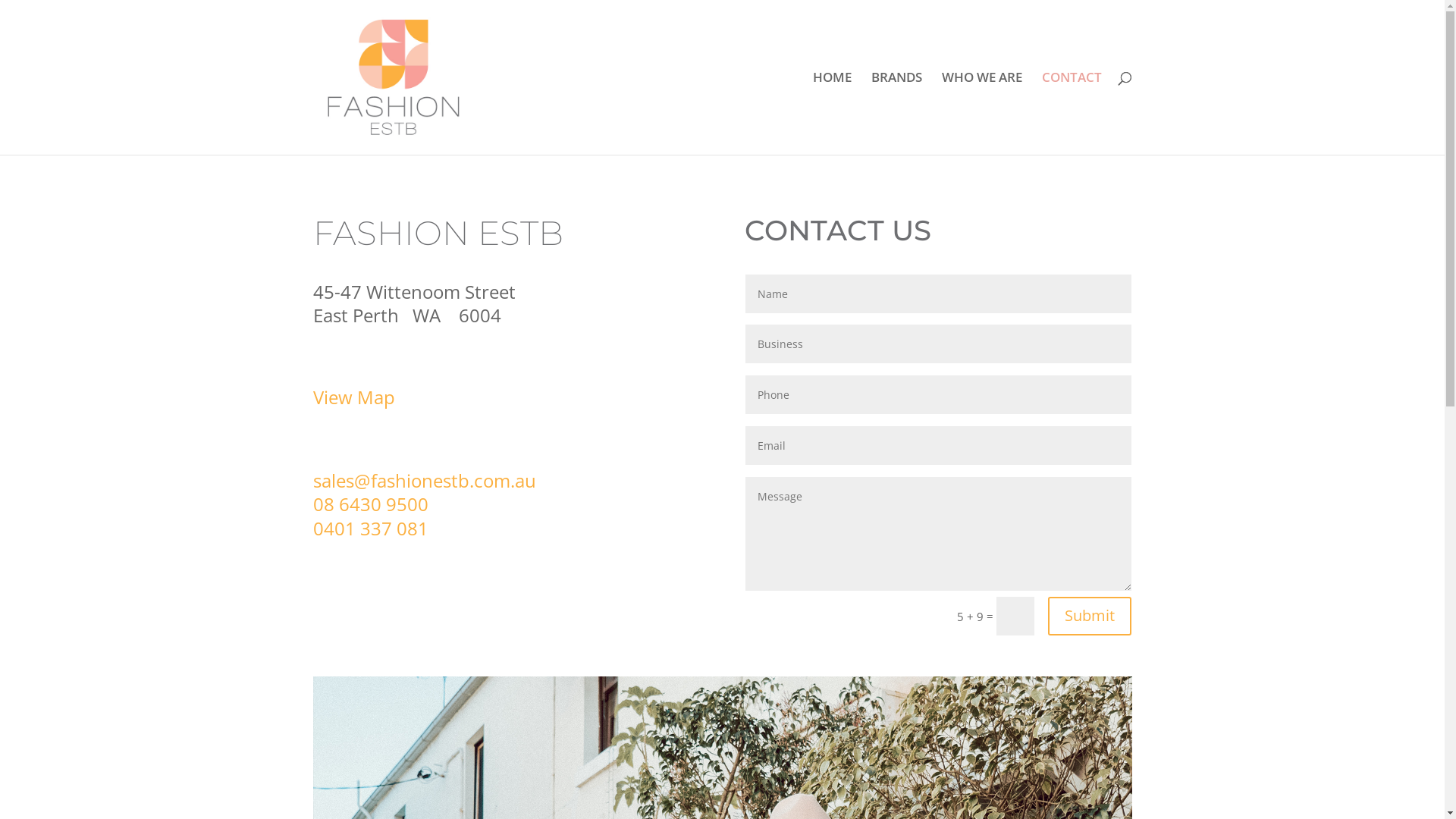 The image size is (1456, 819). I want to click on '08 6430 9500', so click(312, 504).